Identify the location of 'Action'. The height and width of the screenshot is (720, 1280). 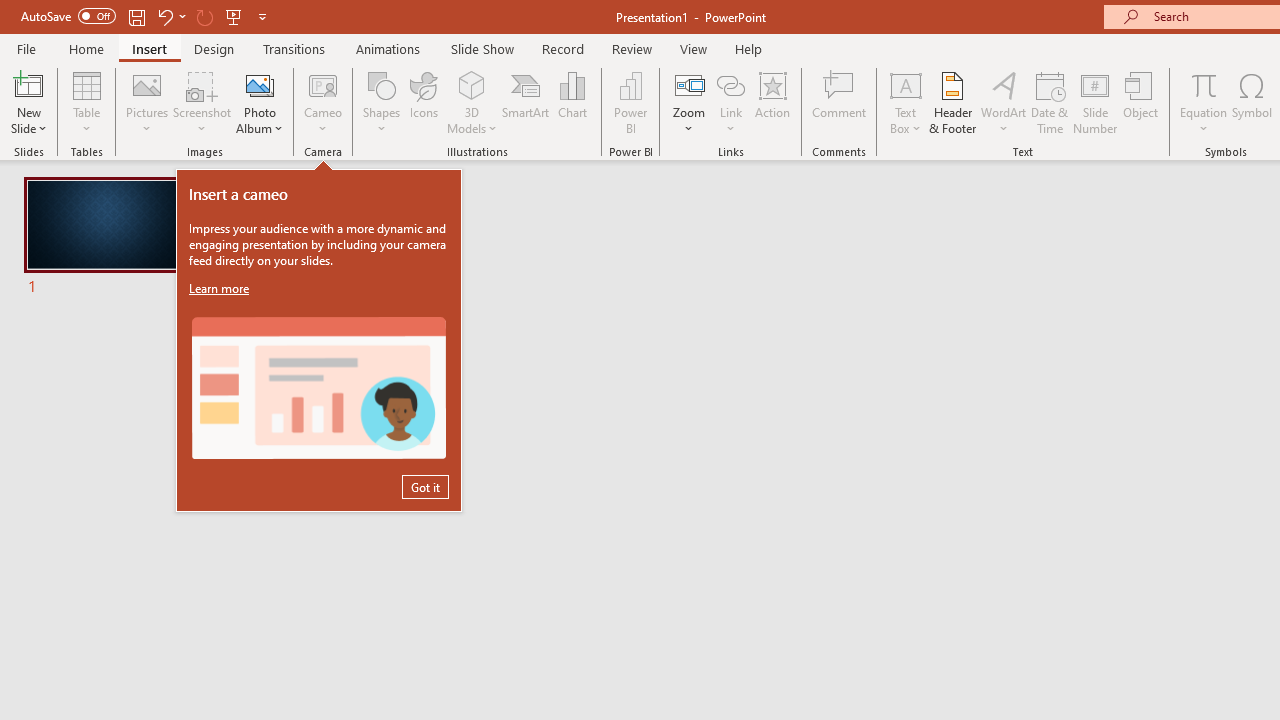
(772, 103).